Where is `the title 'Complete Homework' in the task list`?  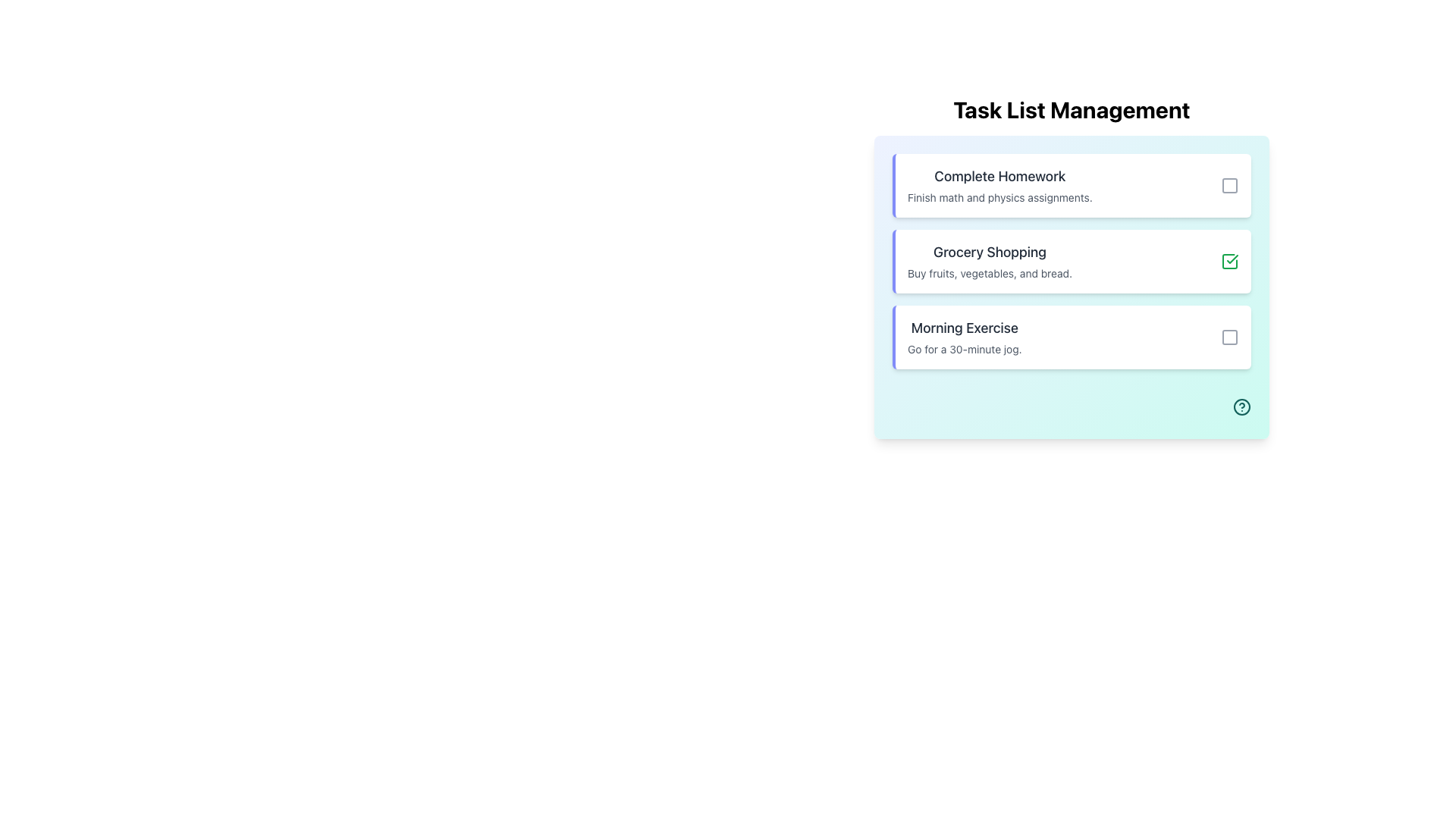 the title 'Complete Homework' in the task list is located at coordinates (1071, 185).